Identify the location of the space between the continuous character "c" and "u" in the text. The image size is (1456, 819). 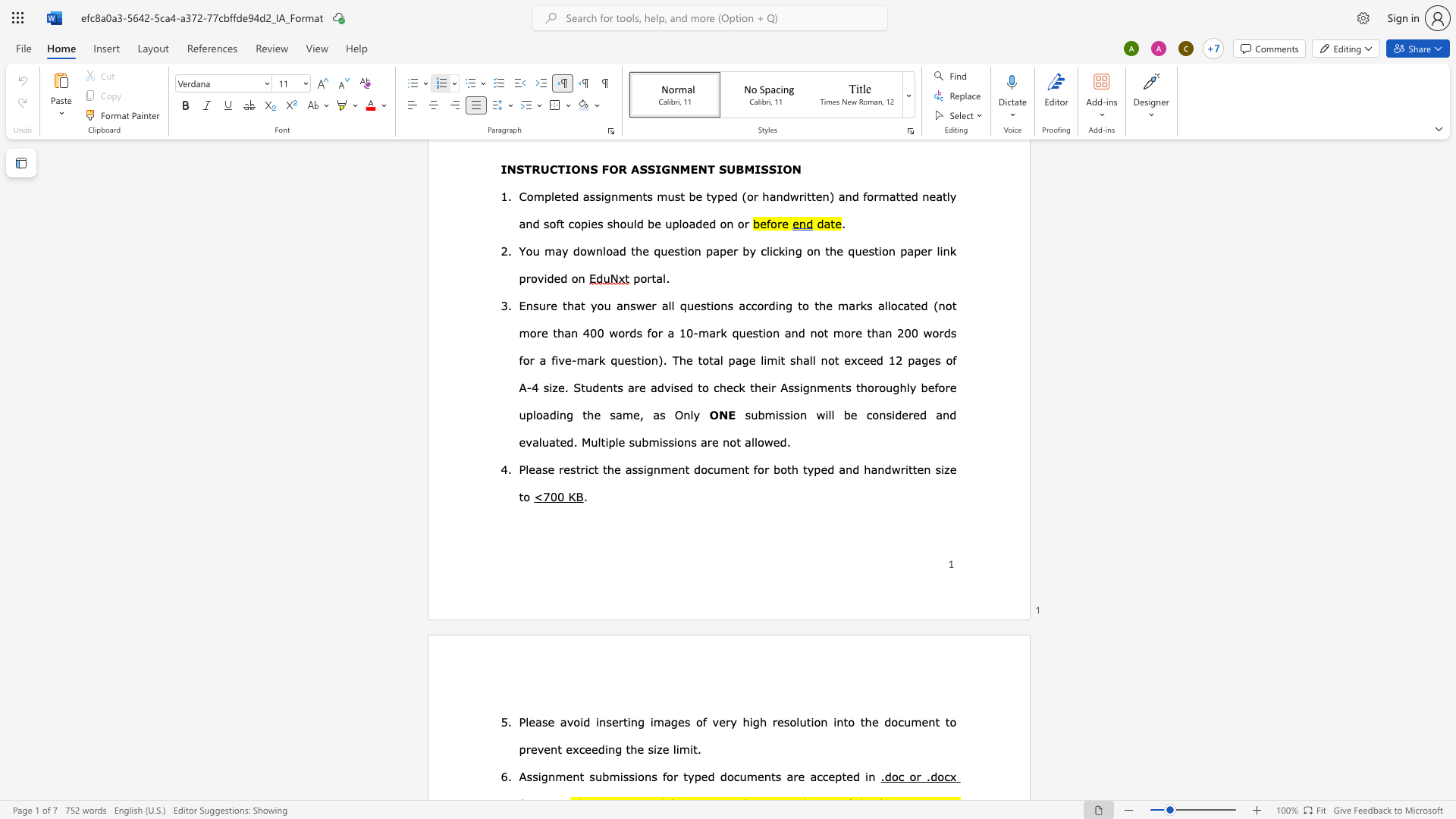
(904, 721).